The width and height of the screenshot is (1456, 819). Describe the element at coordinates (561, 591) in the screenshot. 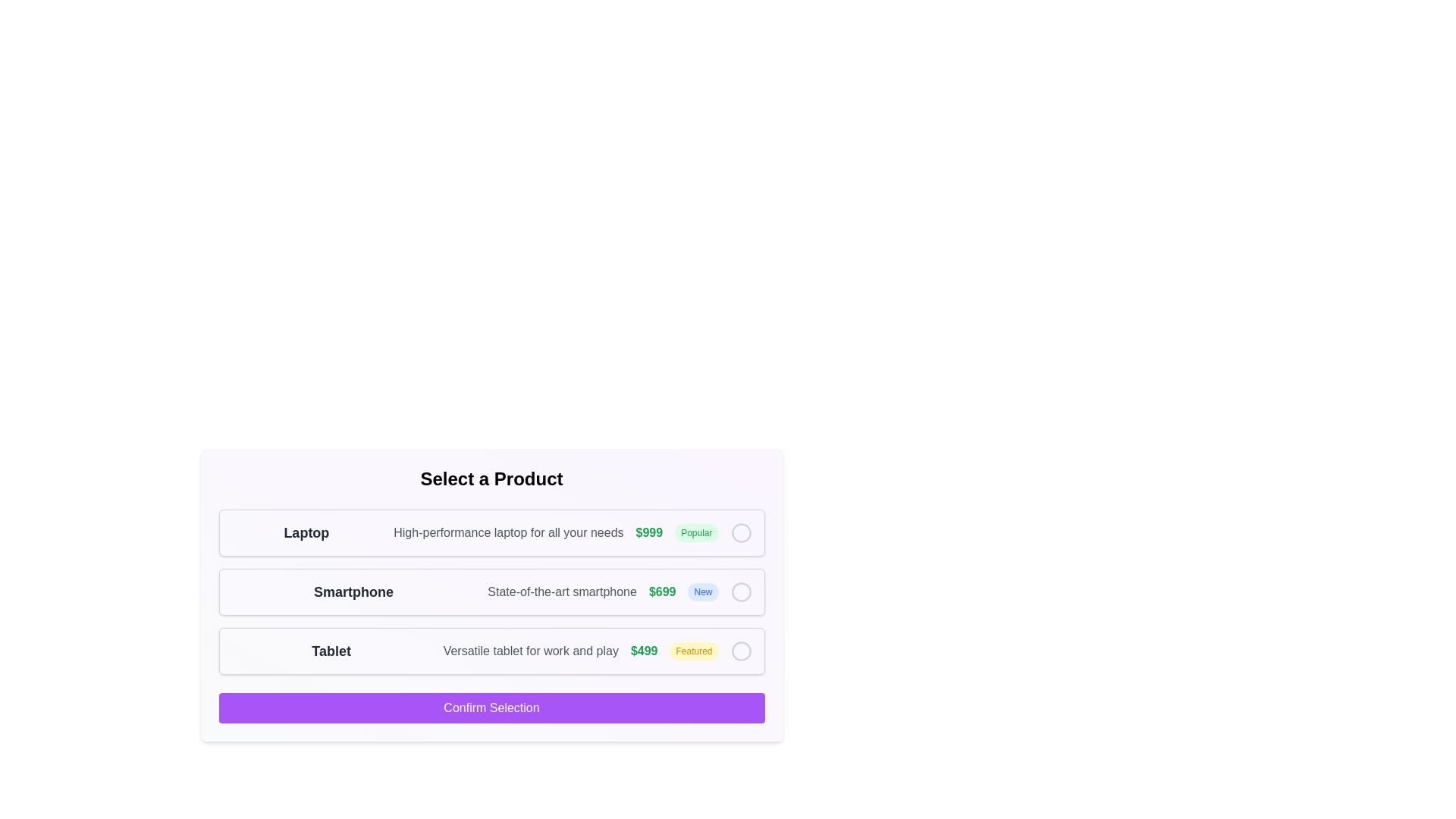

I see `the text label that provides additional descriptive information about the 'Smartphone' option, located beneath the title 'Smartphone' and to the left of the price label '$699'` at that location.